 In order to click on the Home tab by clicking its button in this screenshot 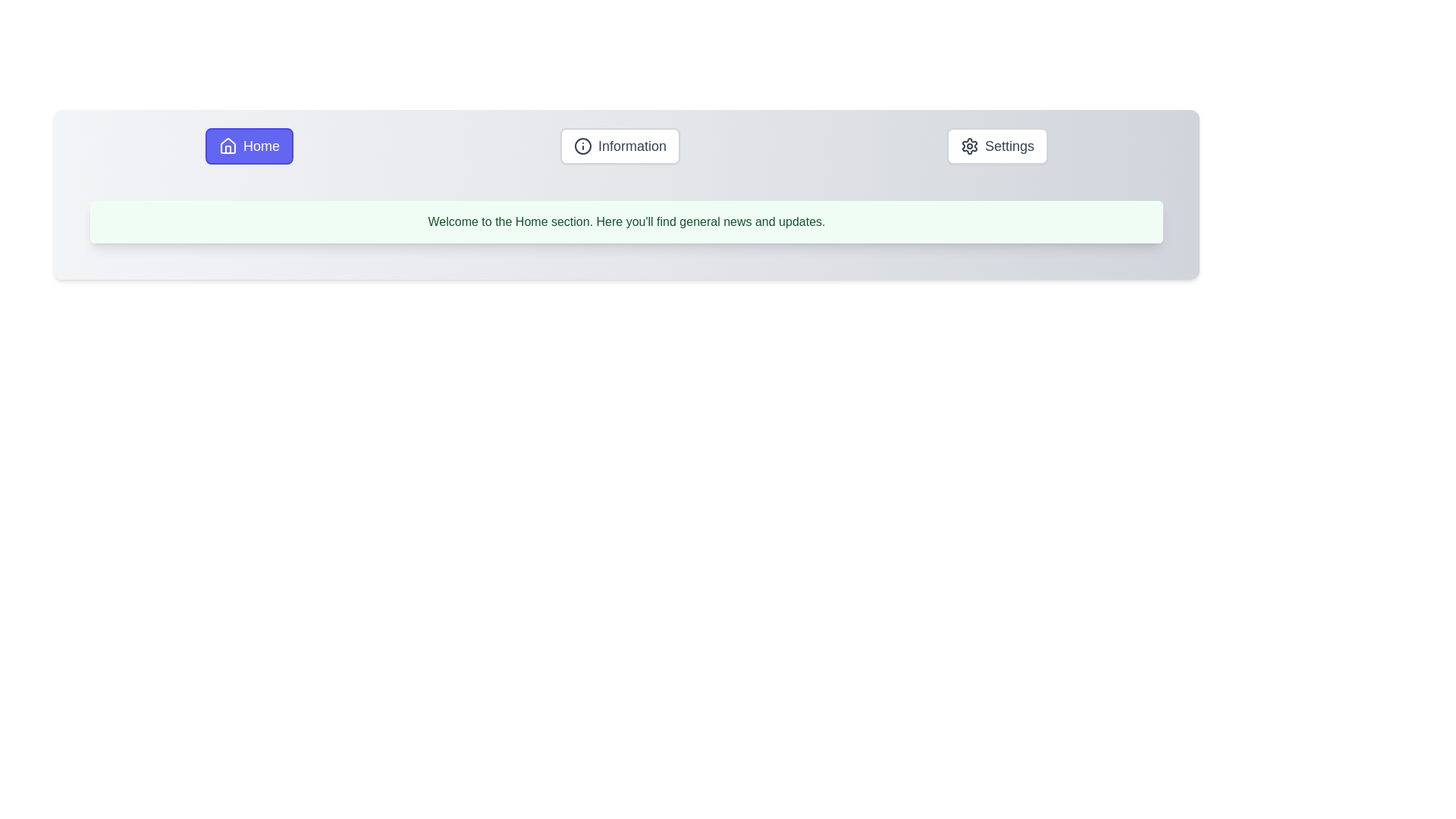, I will do `click(249, 146)`.